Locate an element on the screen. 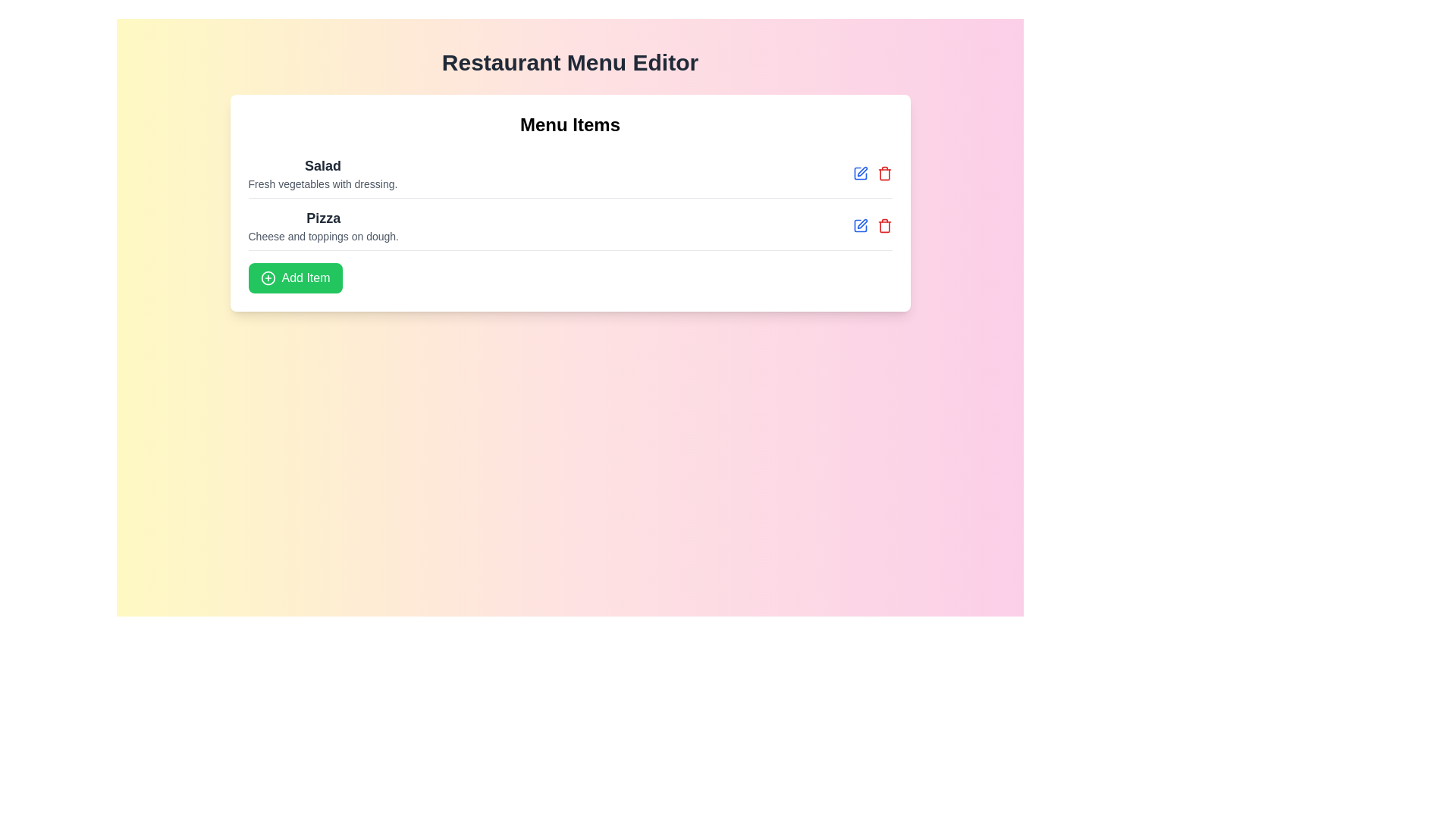  the edit icon next to the menu item Pizza is located at coordinates (860, 225).